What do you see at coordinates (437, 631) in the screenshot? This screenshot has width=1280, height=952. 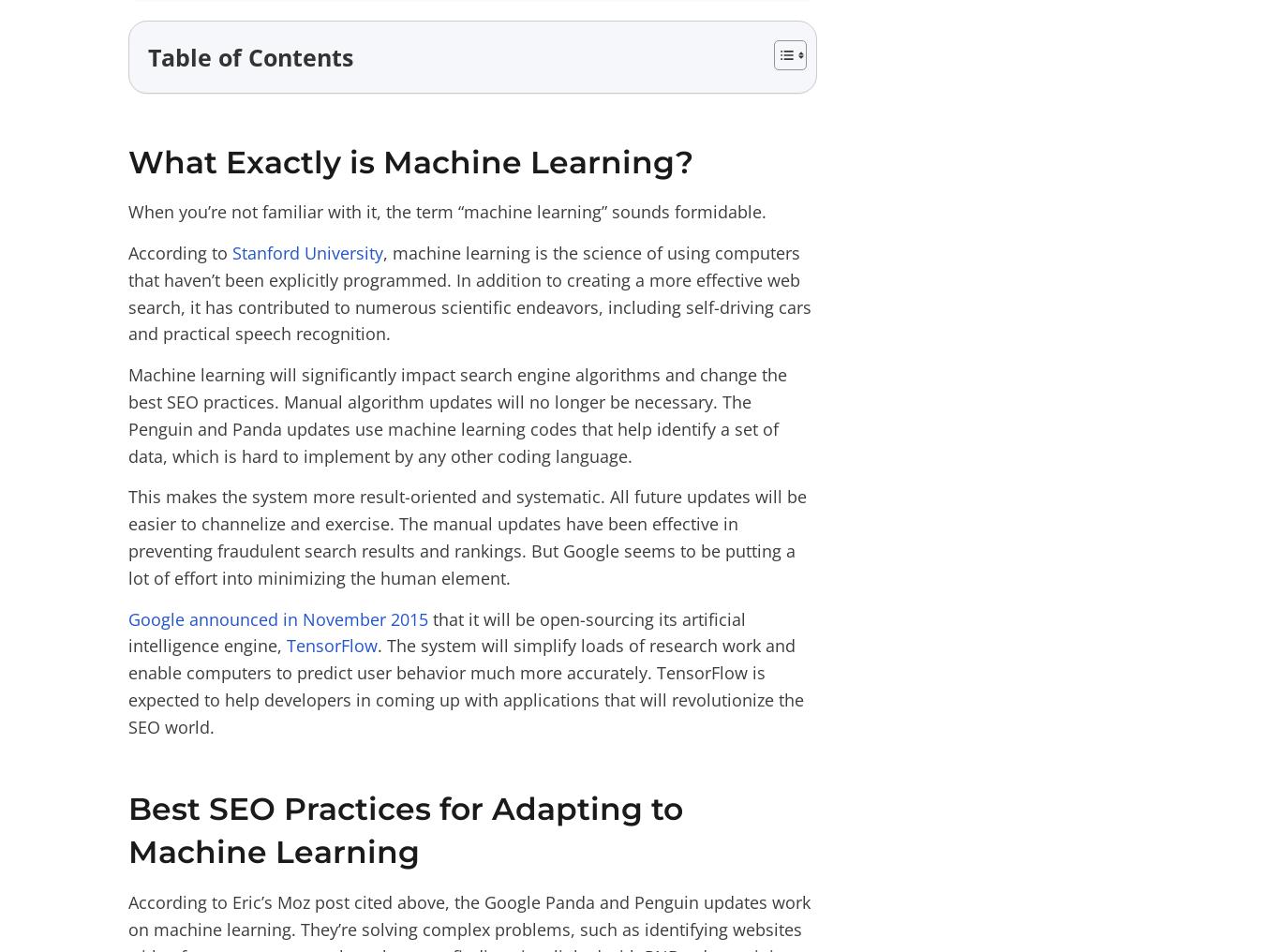 I see `'that it will be open-sourcing its artificial intelligence engine,'` at bounding box center [437, 631].